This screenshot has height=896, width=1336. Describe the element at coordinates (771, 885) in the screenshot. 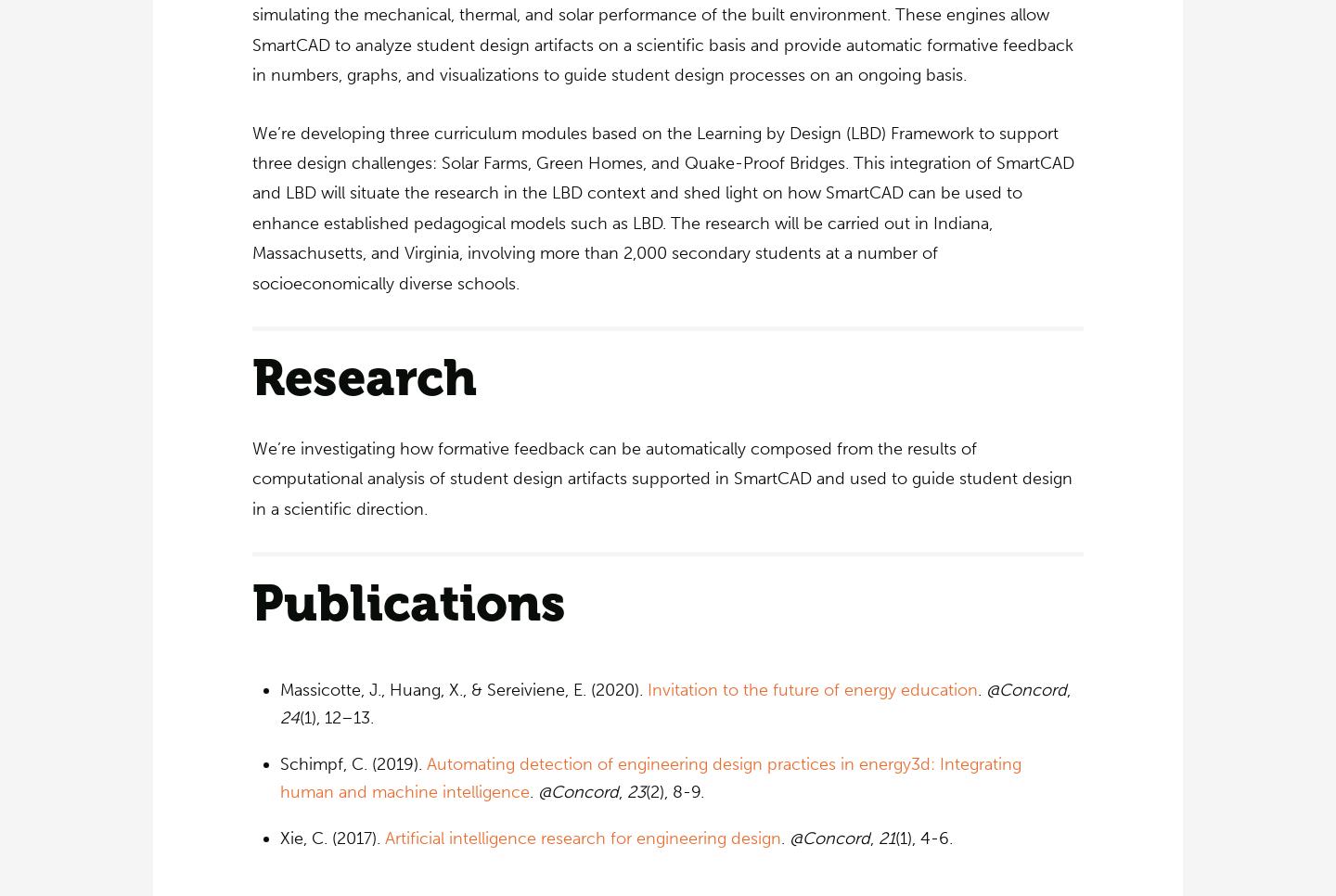

I see `'20'` at that location.